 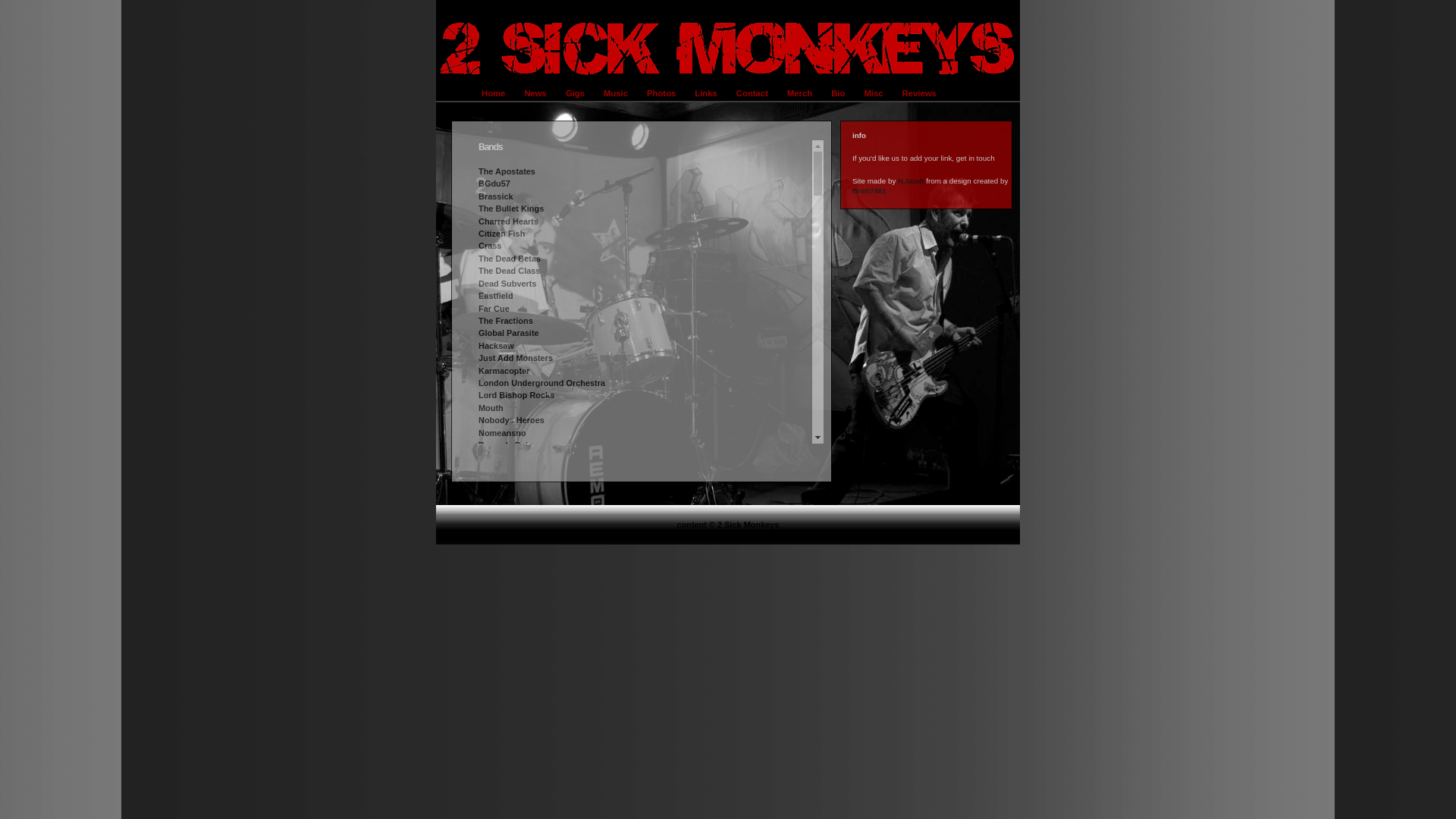 What do you see at coordinates (874, 93) in the screenshot?
I see `'Misc'` at bounding box center [874, 93].